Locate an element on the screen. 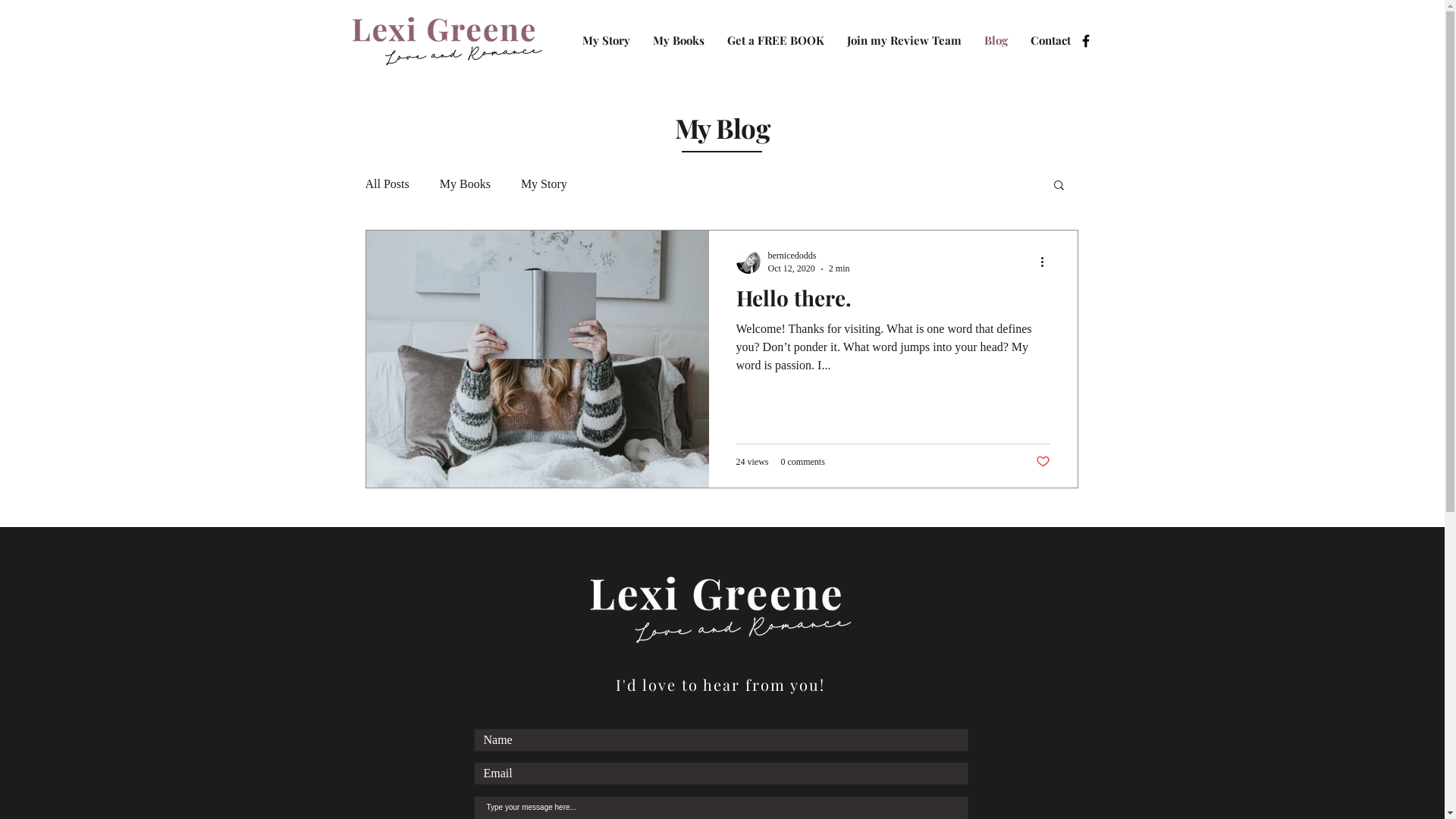 The height and width of the screenshot is (819, 1456). 'bernicedodds' is located at coordinates (767, 255).